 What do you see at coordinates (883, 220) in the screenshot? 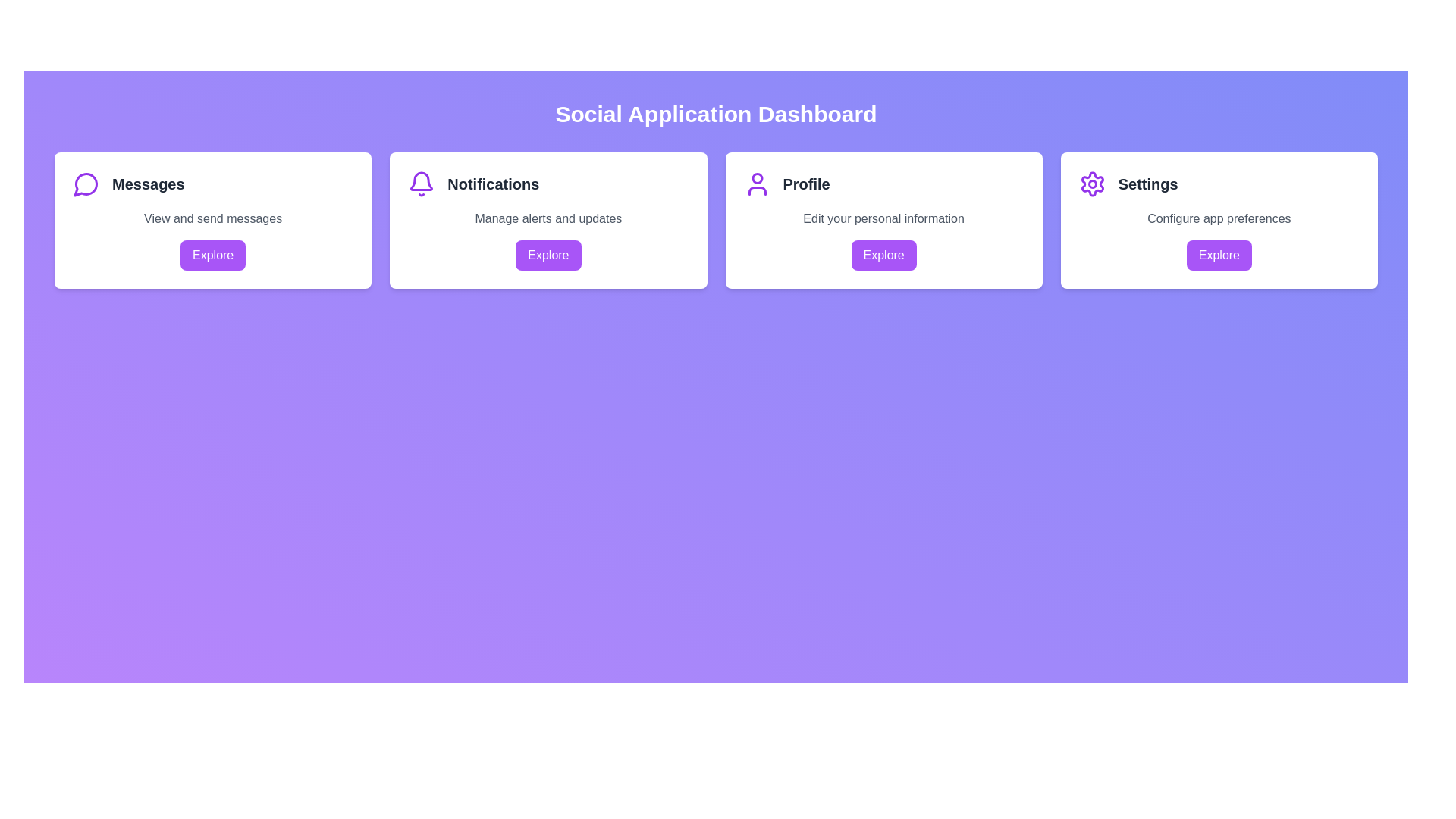
I see `the 'Explore' button located at the bottom of the Profile card, which has a white background, rounded corners, and contains a purple user icon and bold 'Profile' text` at bounding box center [883, 220].